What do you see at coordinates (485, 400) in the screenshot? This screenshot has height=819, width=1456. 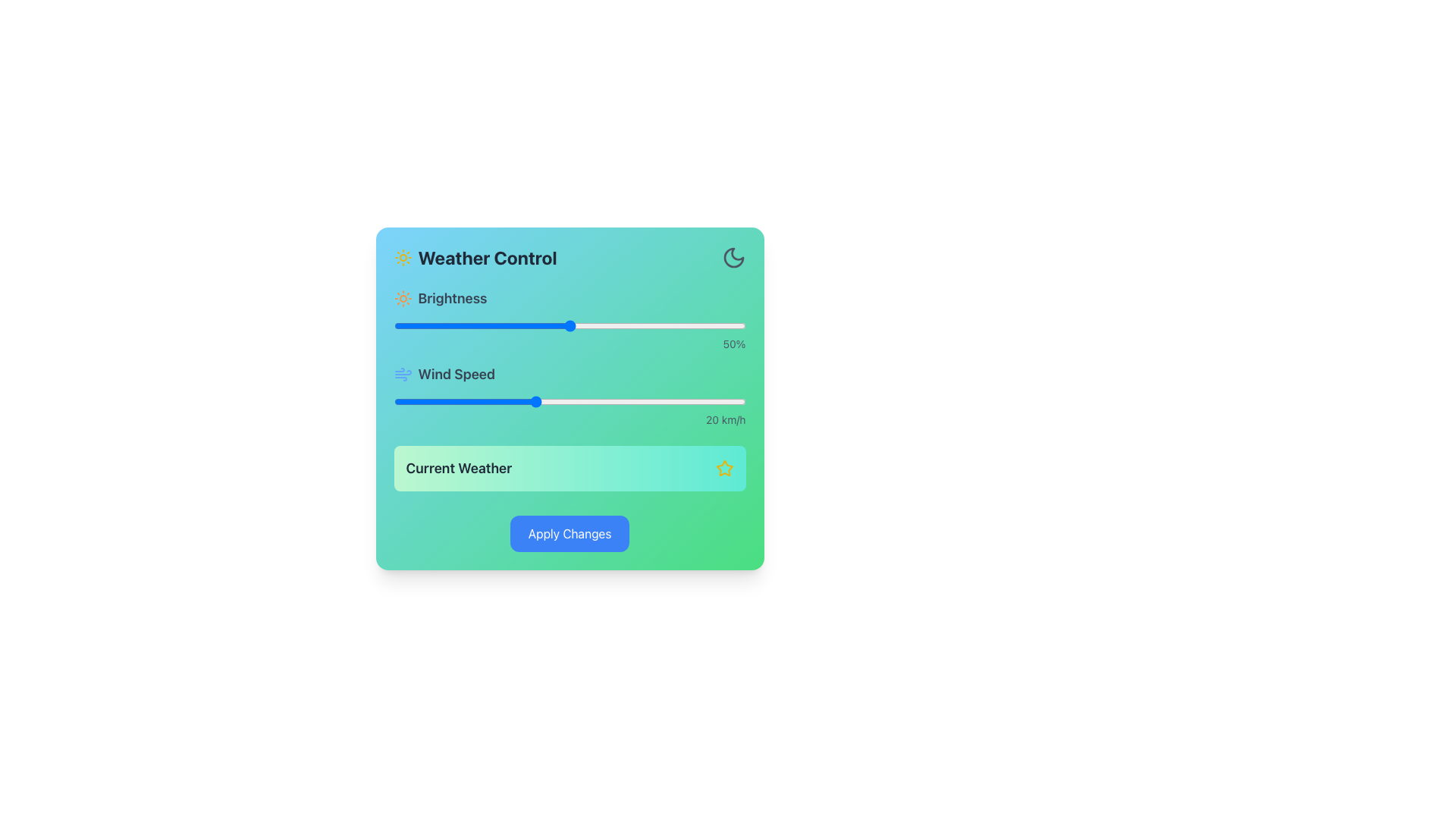 I see `the wind speed` at bounding box center [485, 400].